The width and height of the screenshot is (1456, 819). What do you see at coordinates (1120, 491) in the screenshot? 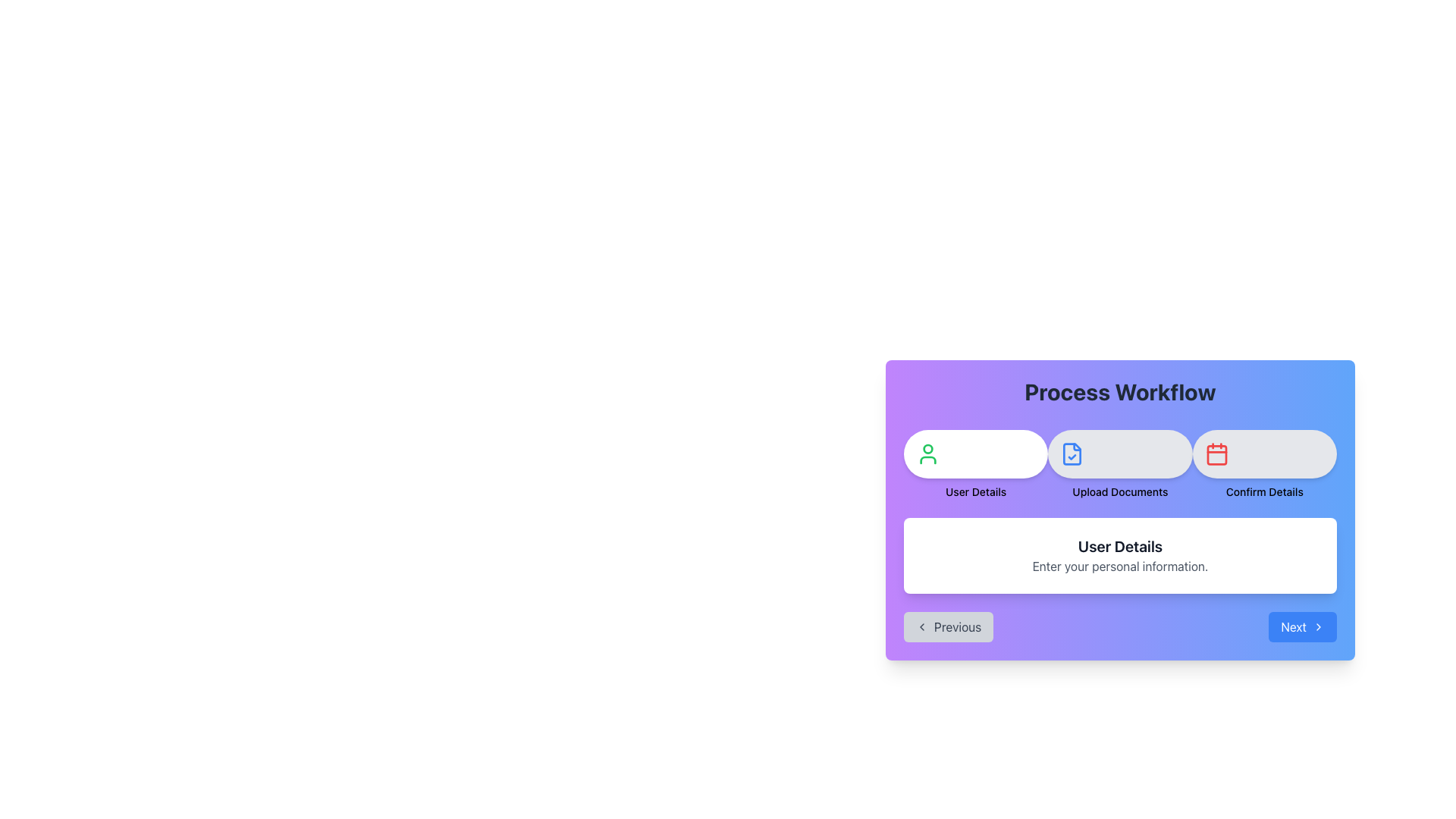
I see `the 'Upload Documents' text label located in the middle tab of the 'Process Workflow' stepper interface` at bounding box center [1120, 491].